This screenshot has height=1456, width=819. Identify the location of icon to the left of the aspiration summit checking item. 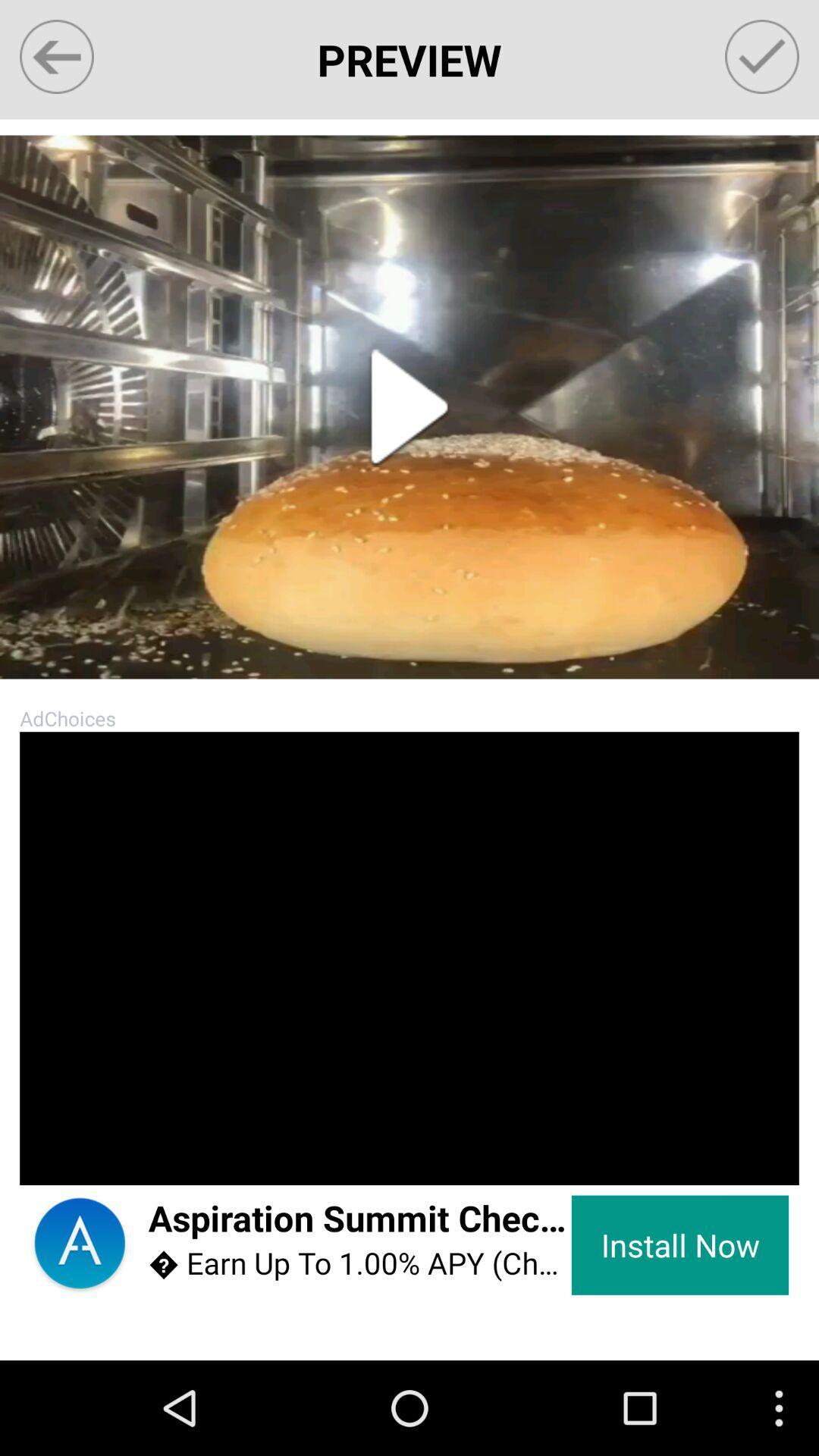
(80, 1245).